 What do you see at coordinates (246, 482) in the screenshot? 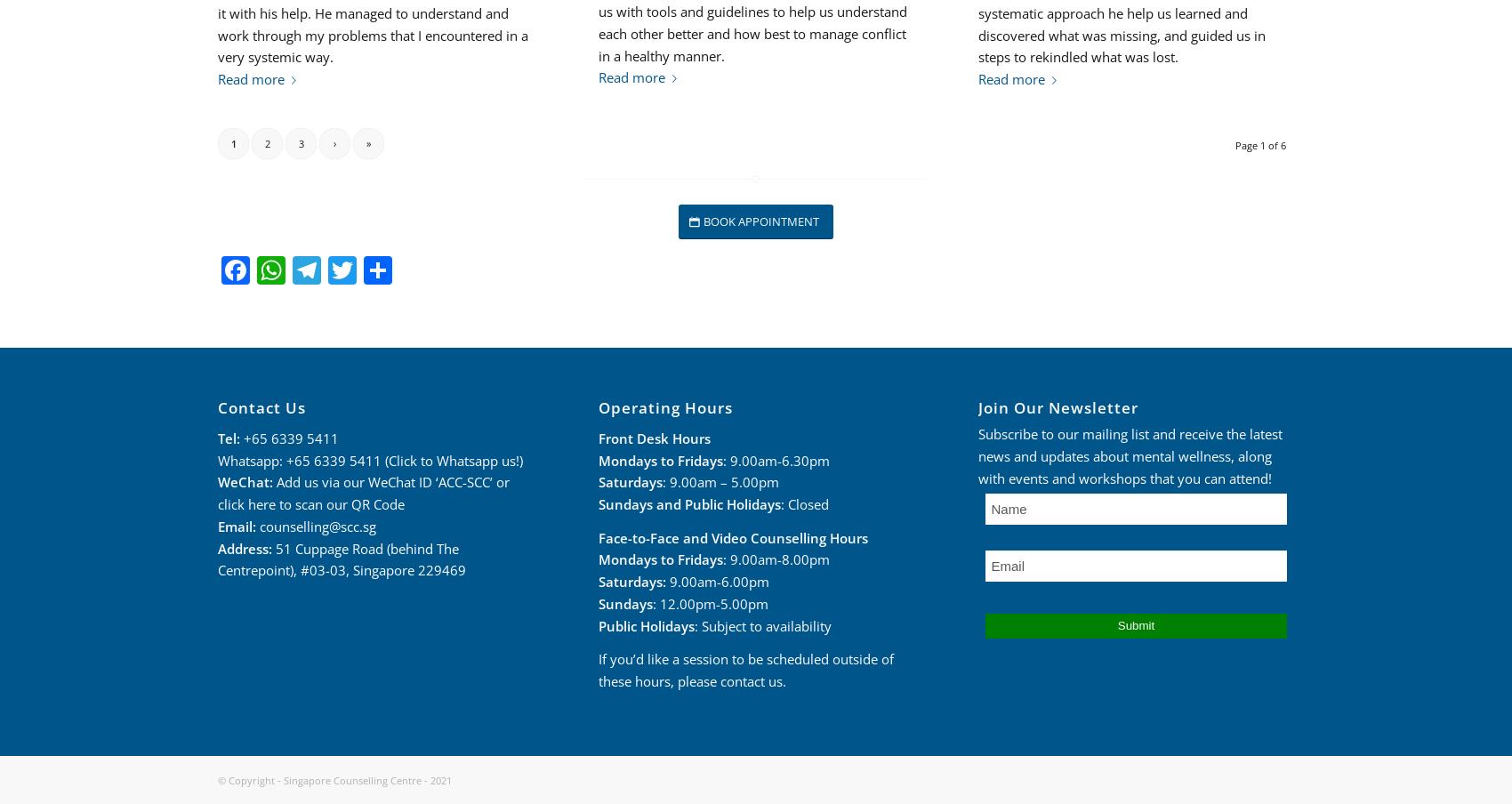
I see `'WeChat:'` at bounding box center [246, 482].